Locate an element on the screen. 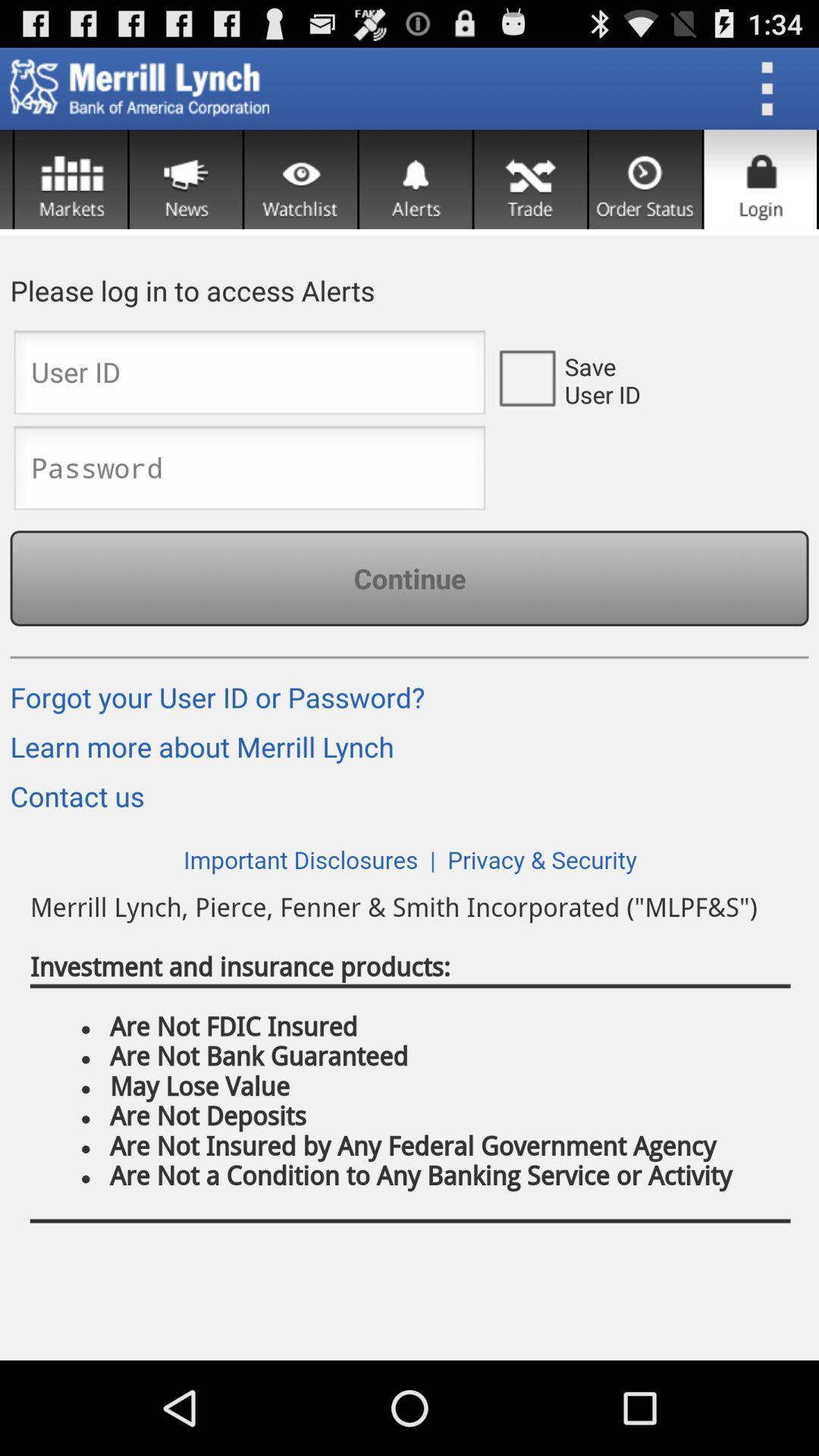 The image size is (819, 1456). the lock icon is located at coordinates (760, 191).